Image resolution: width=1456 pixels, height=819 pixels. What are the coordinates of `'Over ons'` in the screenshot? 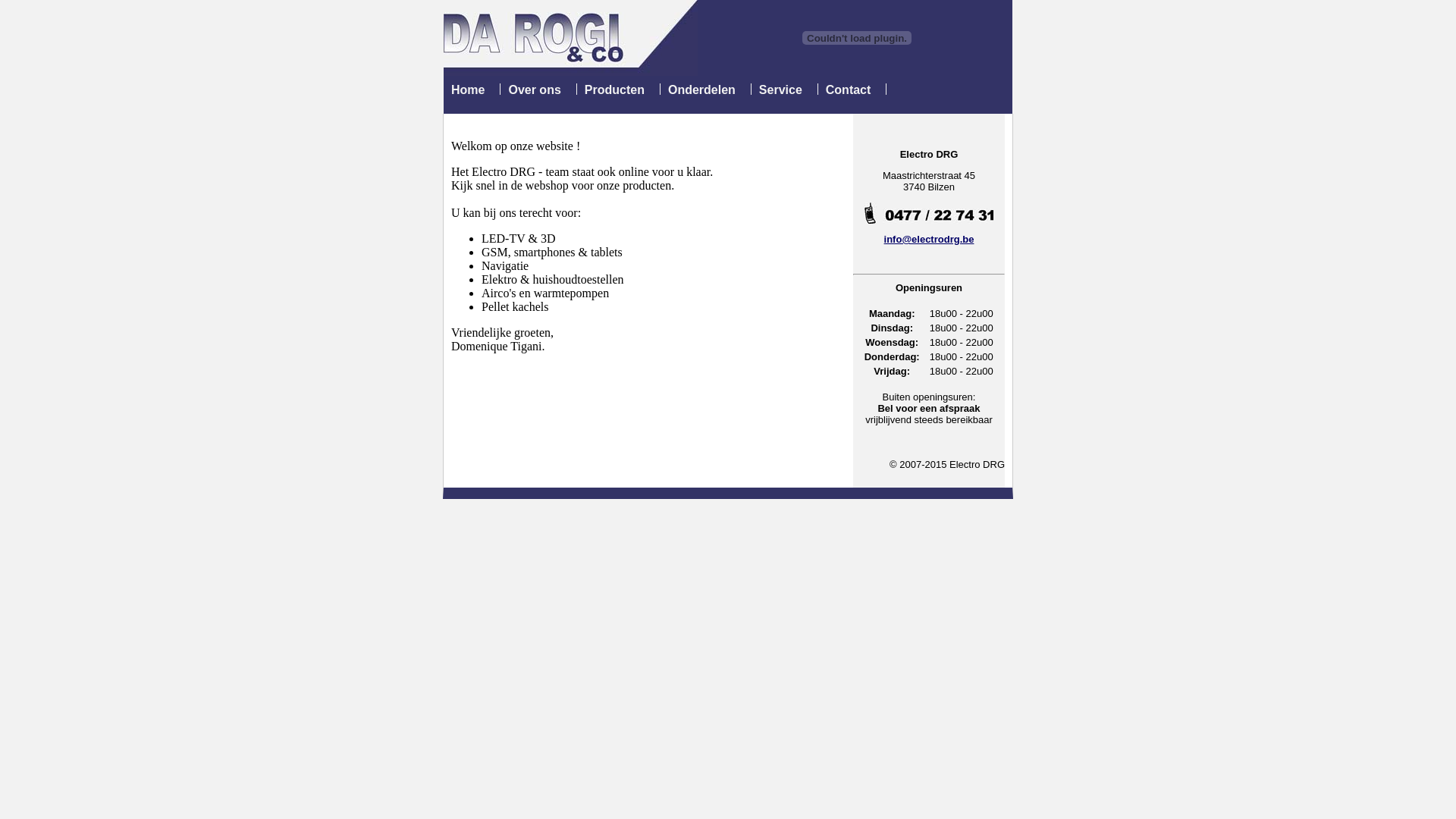 It's located at (534, 89).